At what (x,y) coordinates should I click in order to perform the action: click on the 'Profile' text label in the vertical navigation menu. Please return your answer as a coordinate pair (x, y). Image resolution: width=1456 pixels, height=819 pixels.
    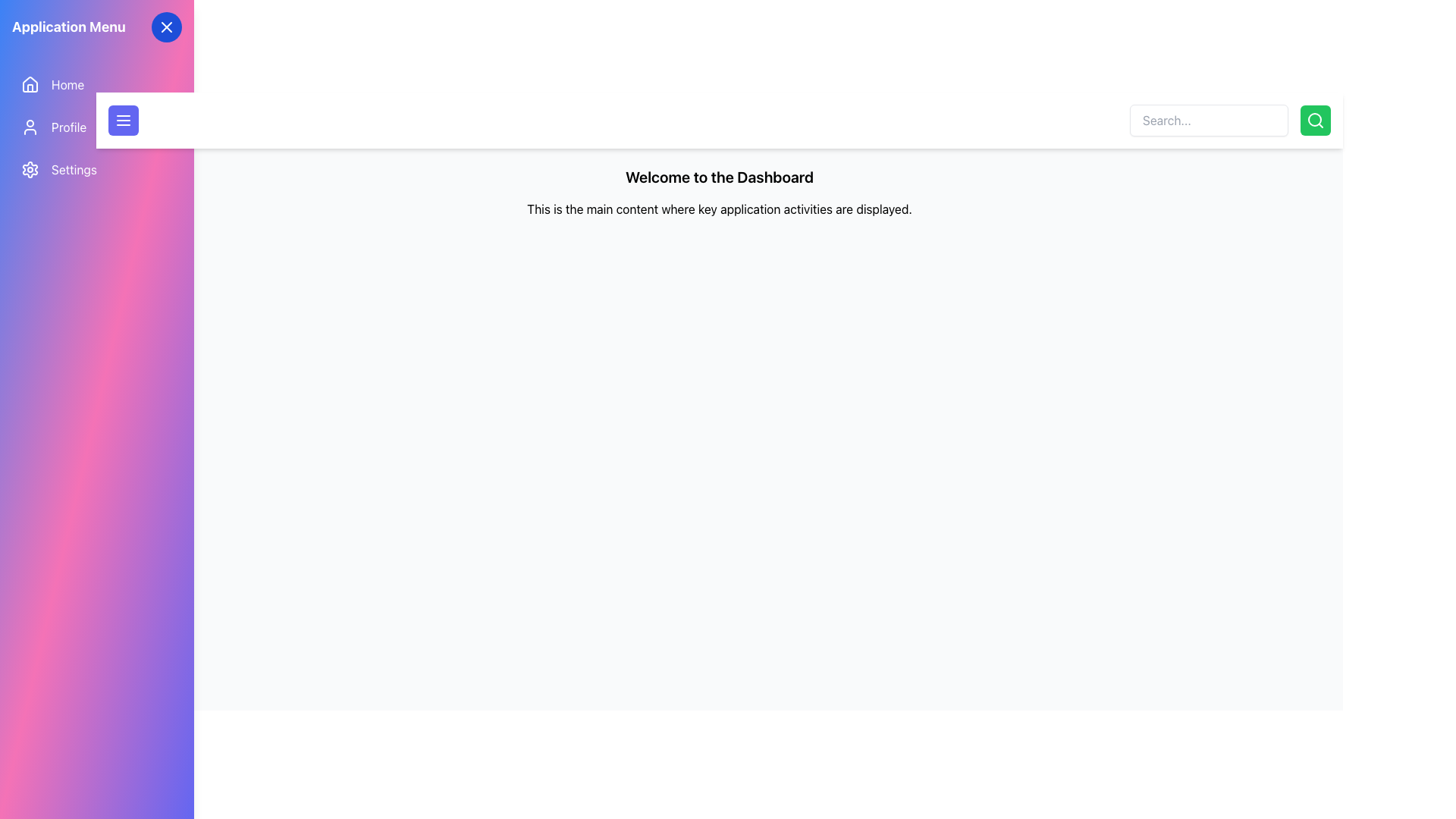
    Looking at the image, I should click on (68, 127).